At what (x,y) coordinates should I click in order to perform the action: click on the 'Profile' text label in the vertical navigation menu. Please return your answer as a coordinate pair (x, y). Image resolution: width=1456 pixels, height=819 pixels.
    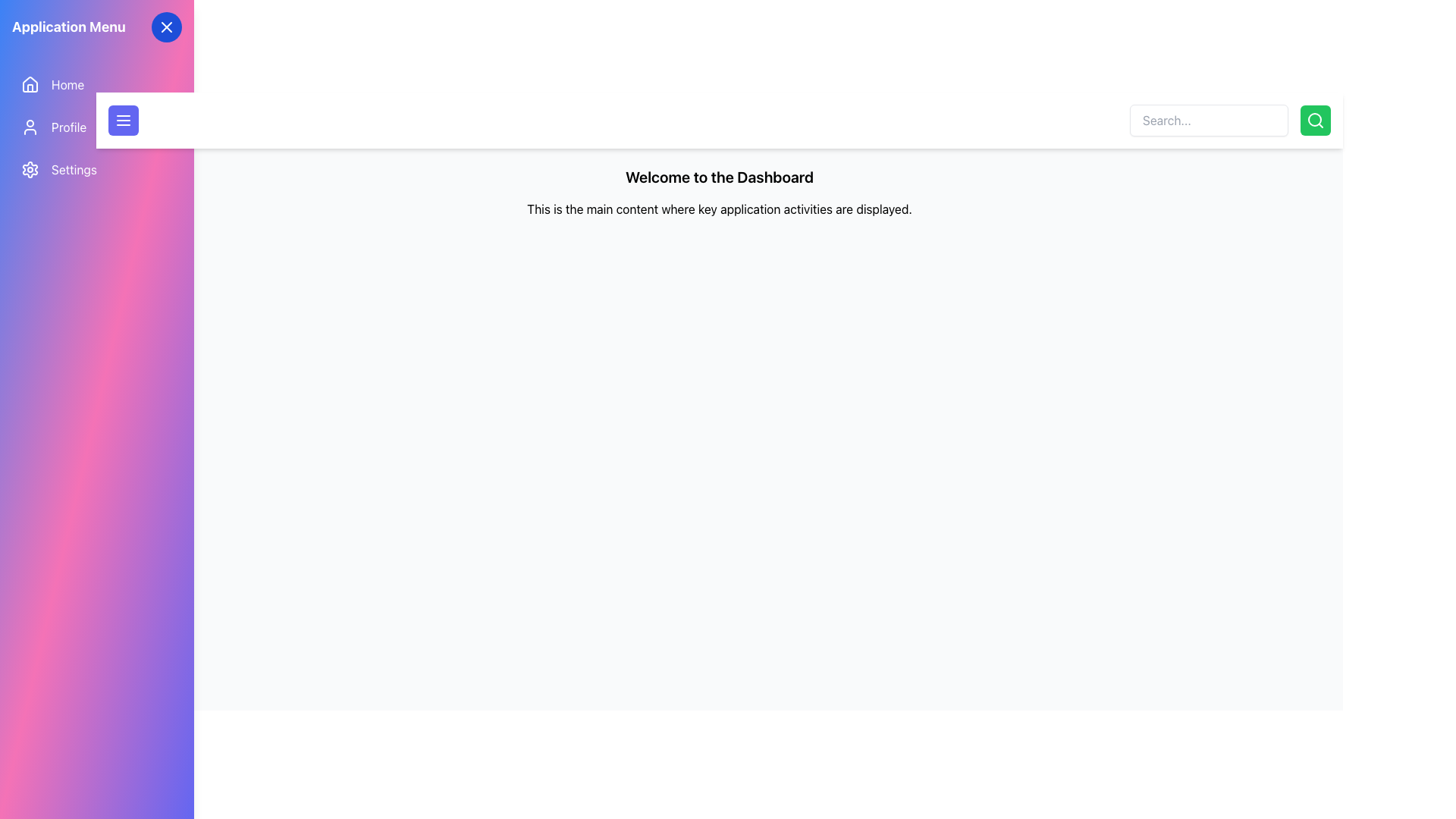
    Looking at the image, I should click on (68, 127).